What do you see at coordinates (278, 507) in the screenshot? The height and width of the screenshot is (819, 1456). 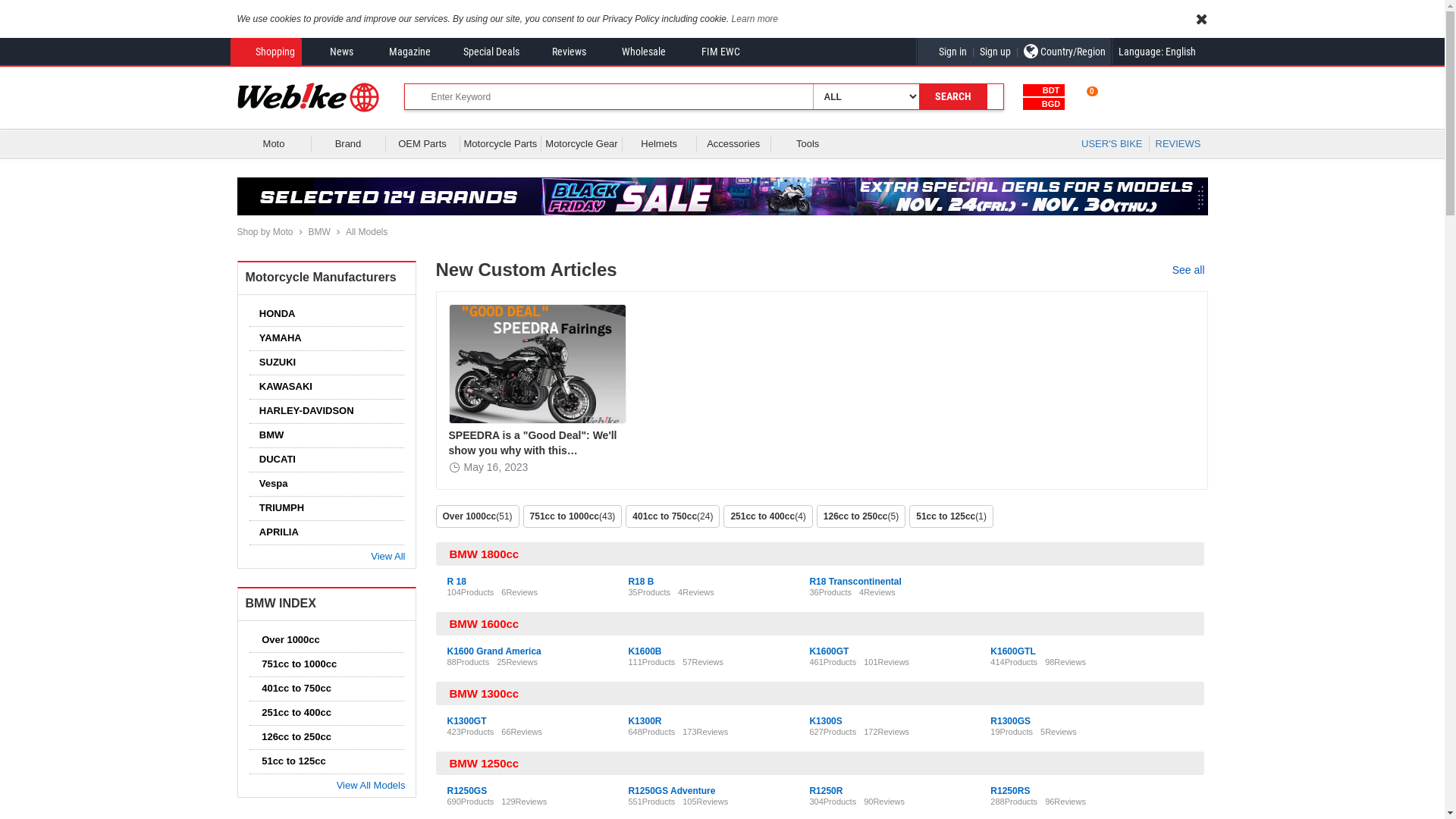 I see `'TRIUMPH'` at bounding box center [278, 507].